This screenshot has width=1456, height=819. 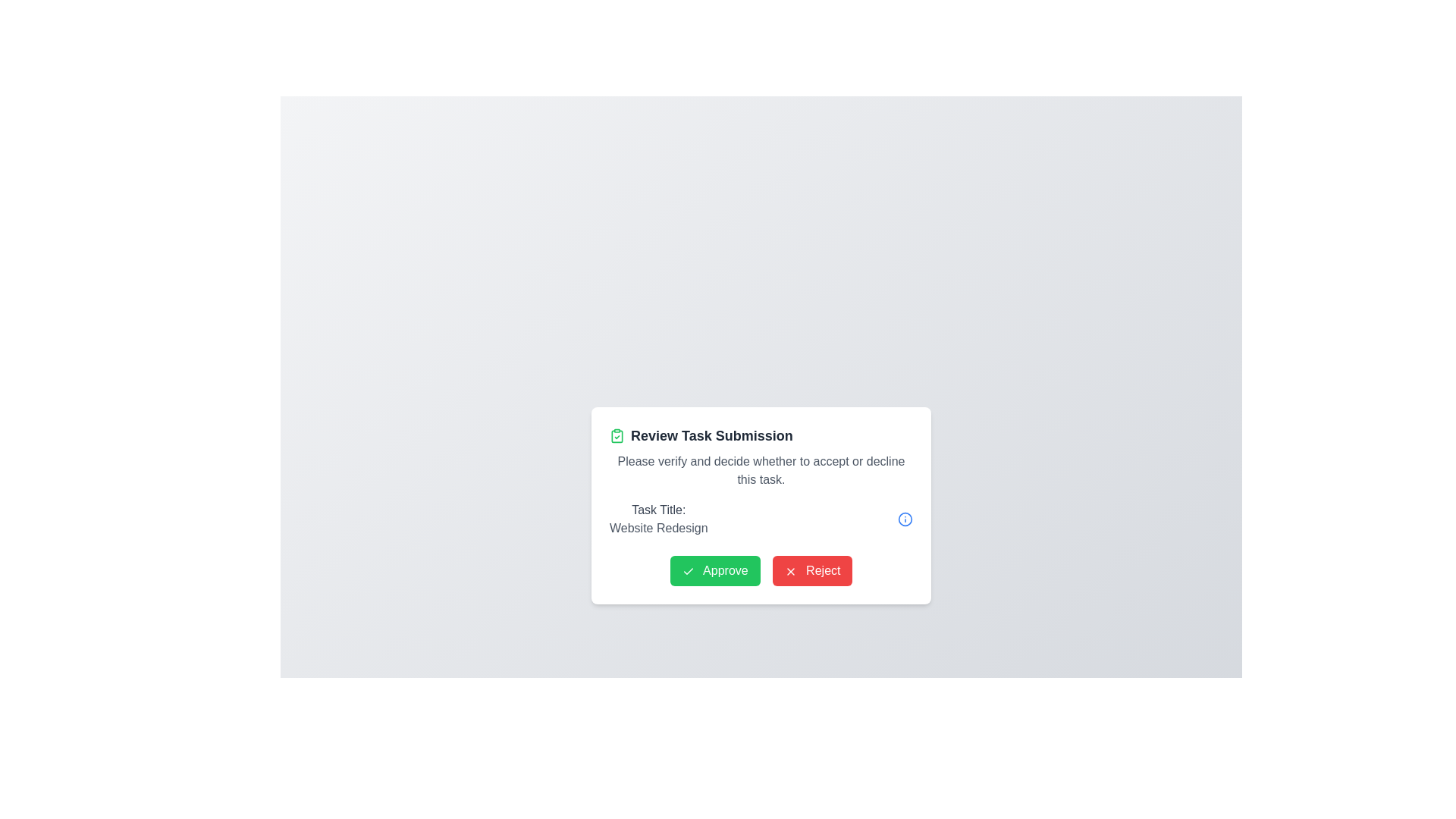 I want to click on the small green clipboard icon with a checkmark located on the left side of the title text 'Review Task Submission', so click(x=617, y=435).